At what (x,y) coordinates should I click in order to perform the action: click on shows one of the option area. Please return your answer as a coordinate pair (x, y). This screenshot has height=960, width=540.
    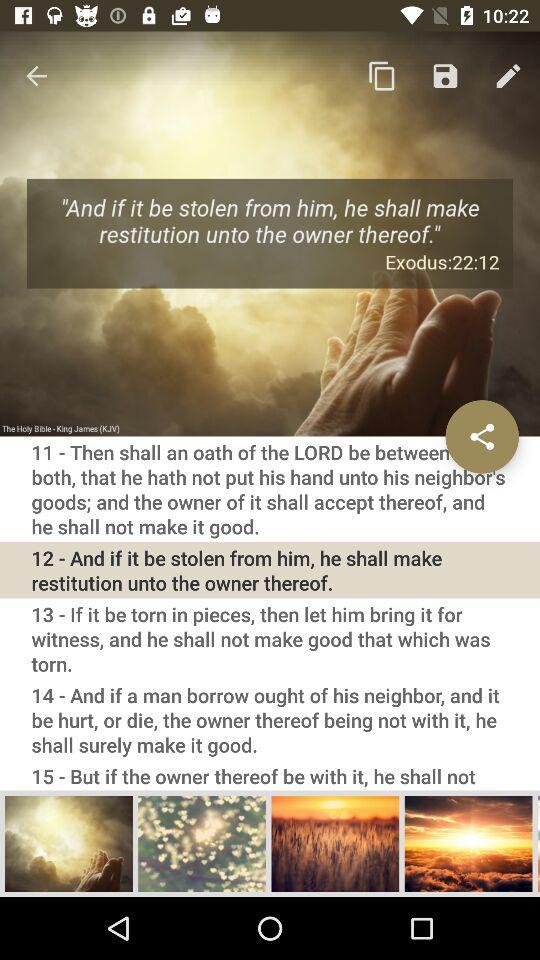
    Looking at the image, I should click on (68, 842).